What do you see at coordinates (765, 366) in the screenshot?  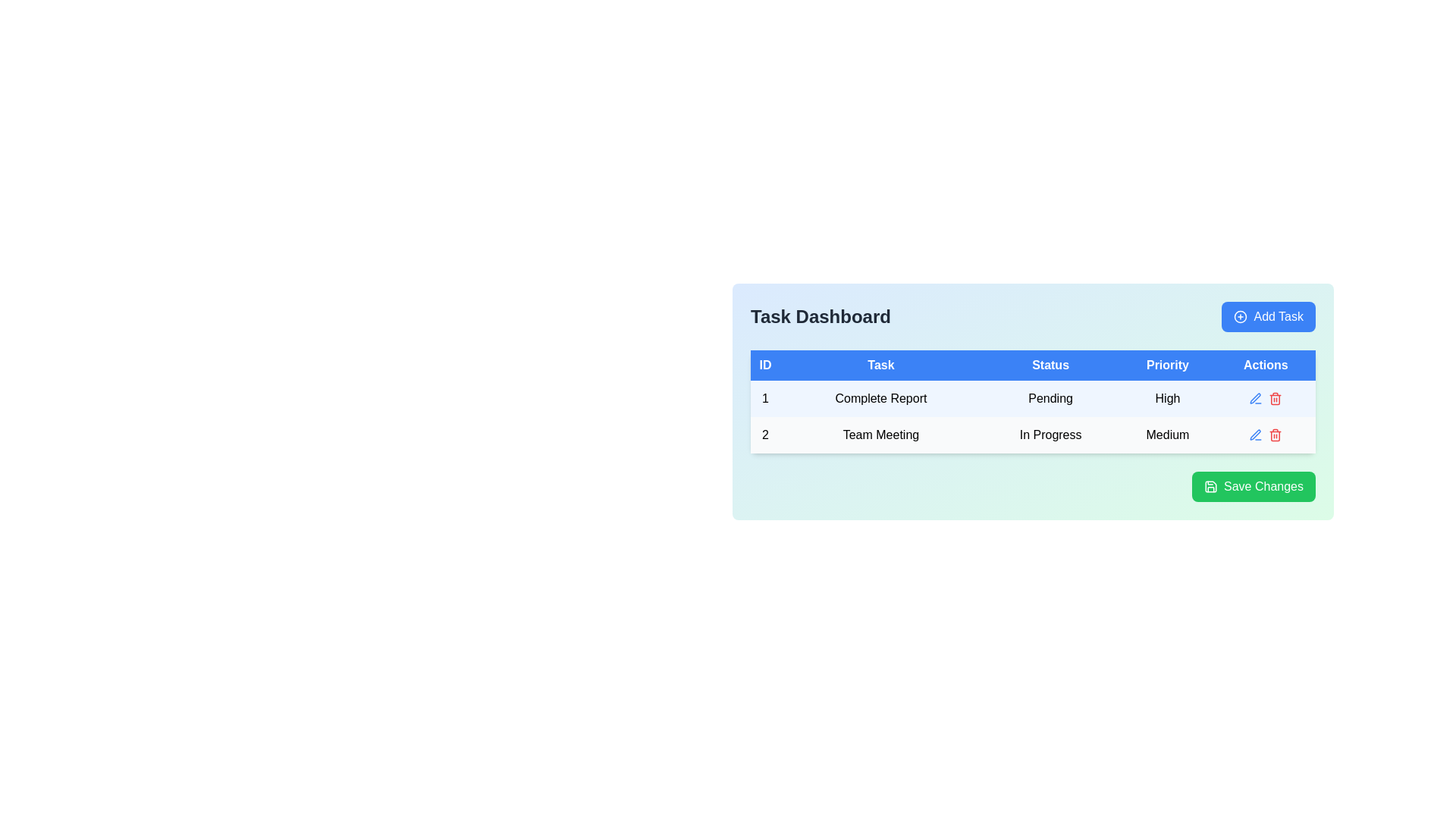 I see `the 'ID' column header, which is the first column header in the row containing 'ID', 'Task', 'Status', 'Priority', and 'Actions'` at bounding box center [765, 366].